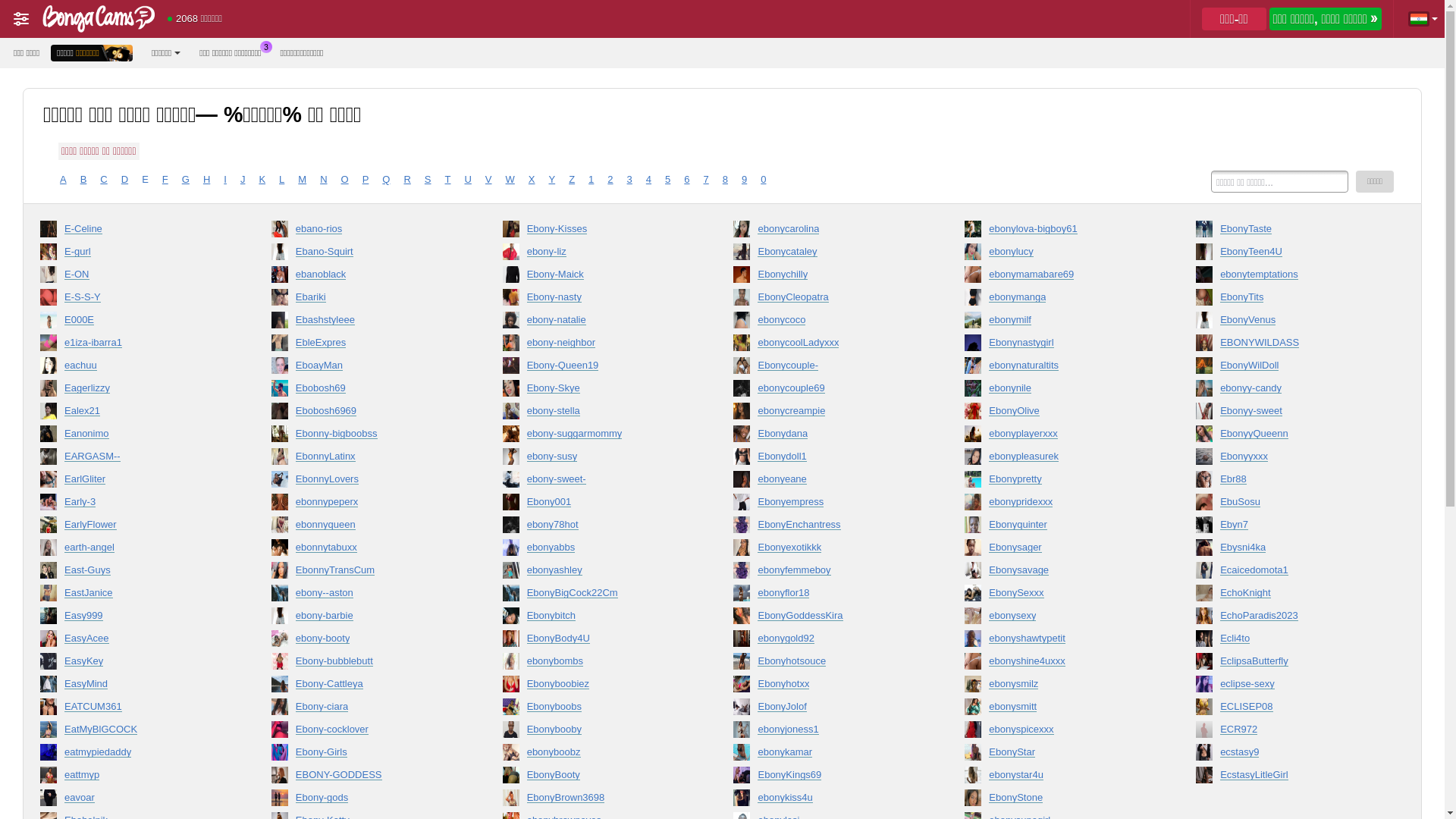 The width and height of the screenshot is (1456, 819). I want to click on 'ebonynile', so click(1058, 391).